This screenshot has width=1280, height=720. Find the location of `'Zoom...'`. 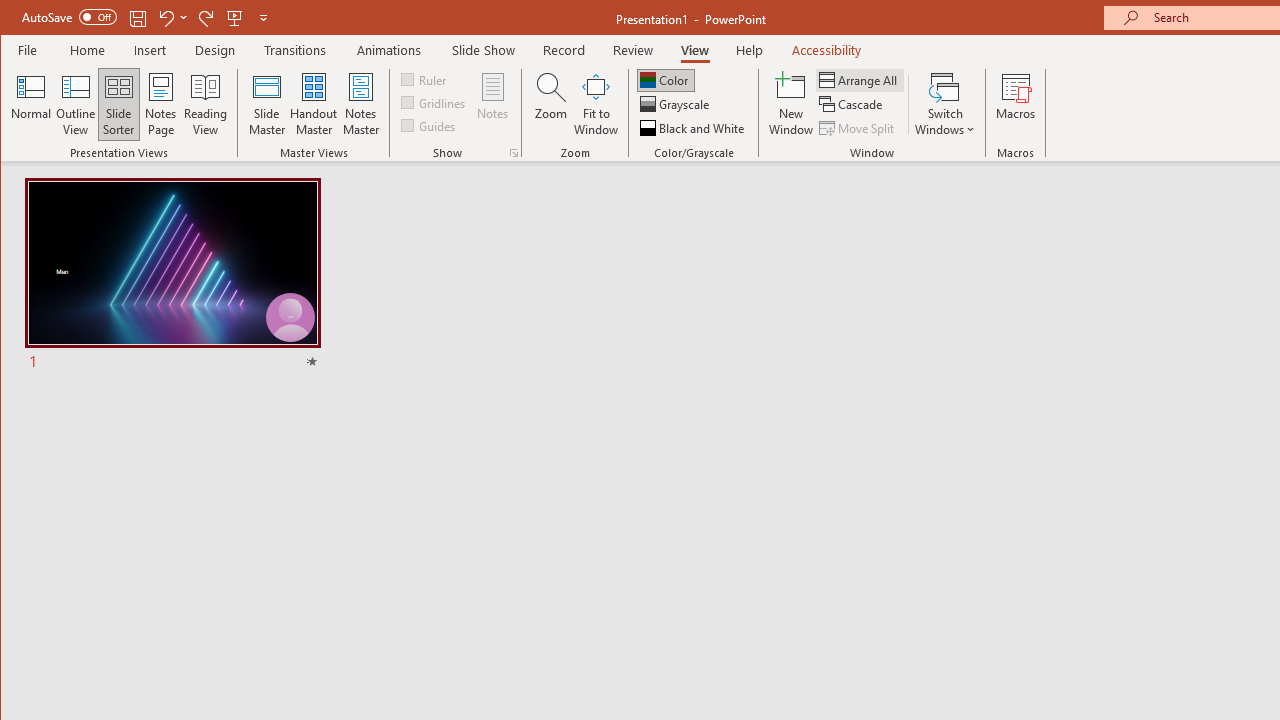

'Zoom...' is located at coordinates (551, 104).